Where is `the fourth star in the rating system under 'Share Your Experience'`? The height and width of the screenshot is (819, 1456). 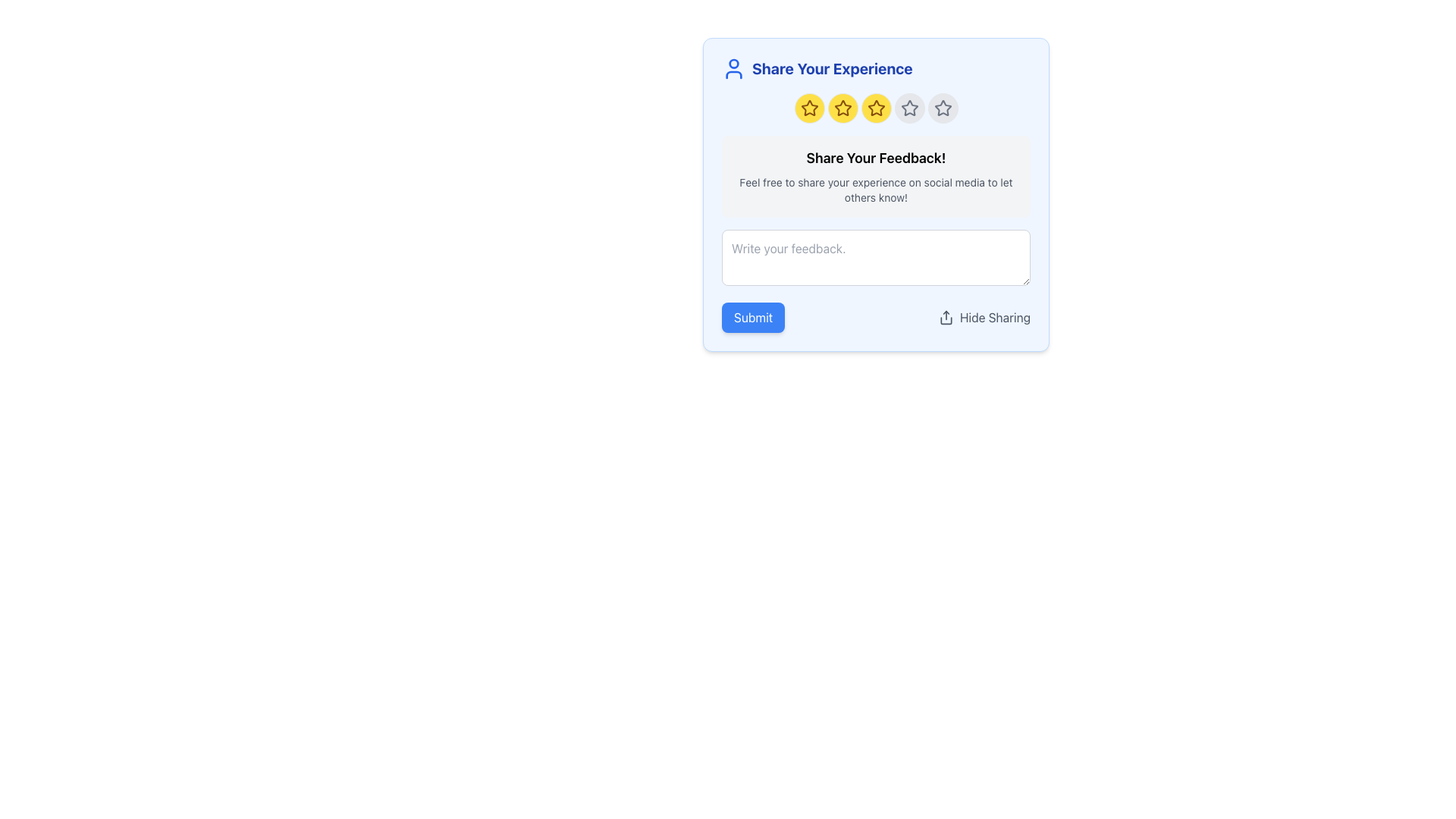 the fourth star in the rating system under 'Share Your Experience' is located at coordinates (909, 107).